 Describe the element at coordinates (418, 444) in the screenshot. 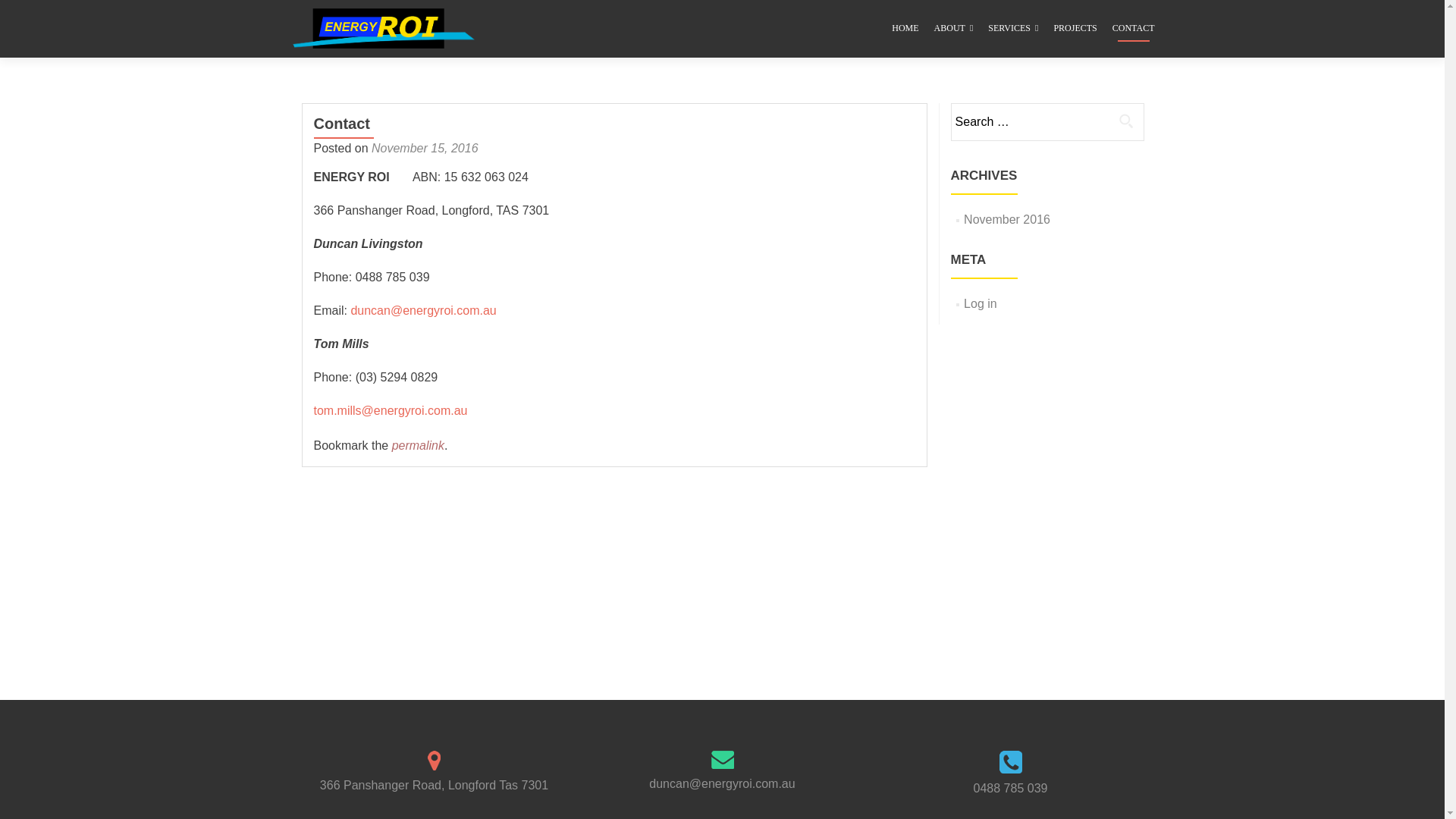

I see `'permalink'` at that location.